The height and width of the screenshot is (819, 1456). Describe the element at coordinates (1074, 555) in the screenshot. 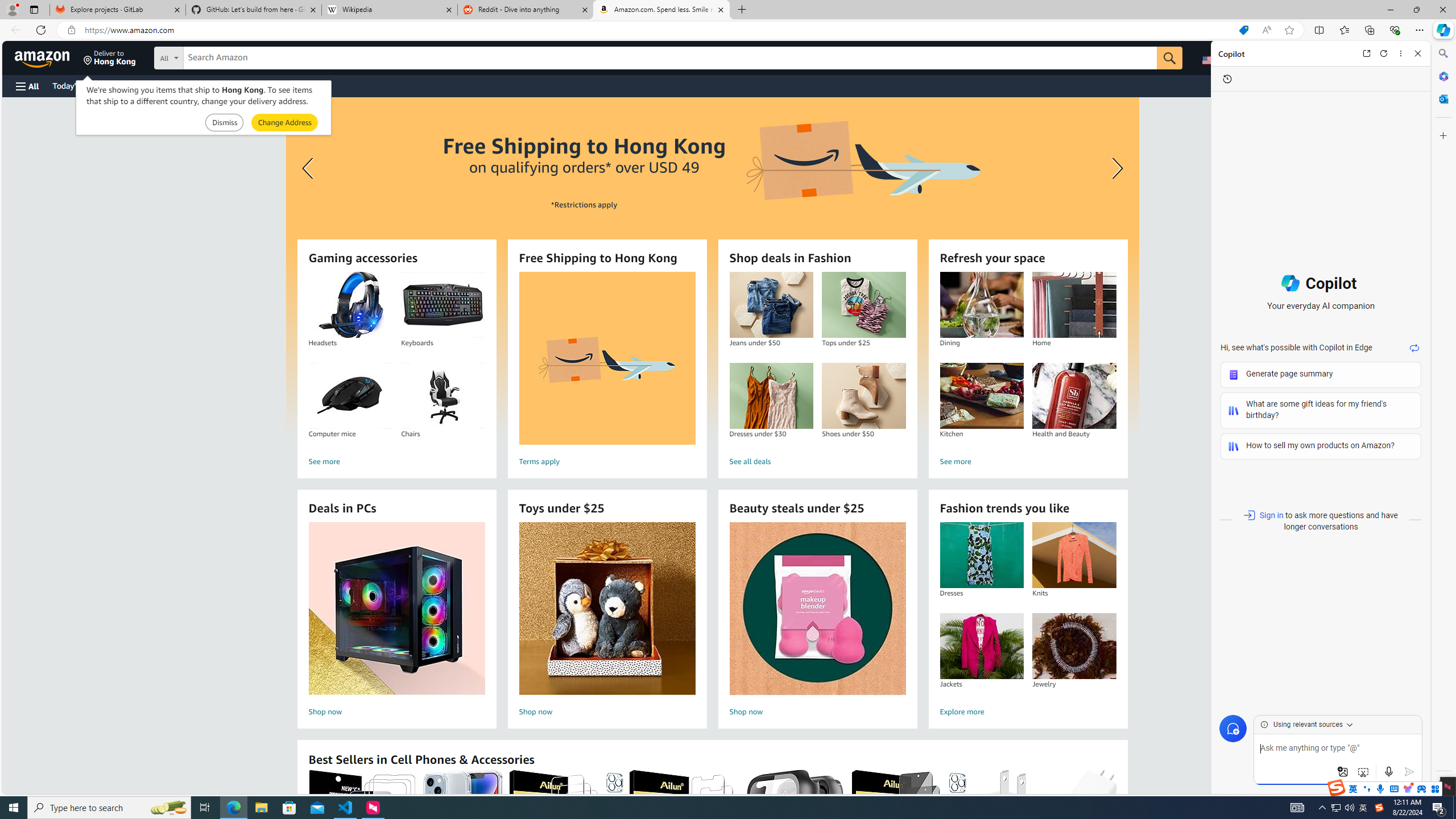

I see `'Knits'` at that location.